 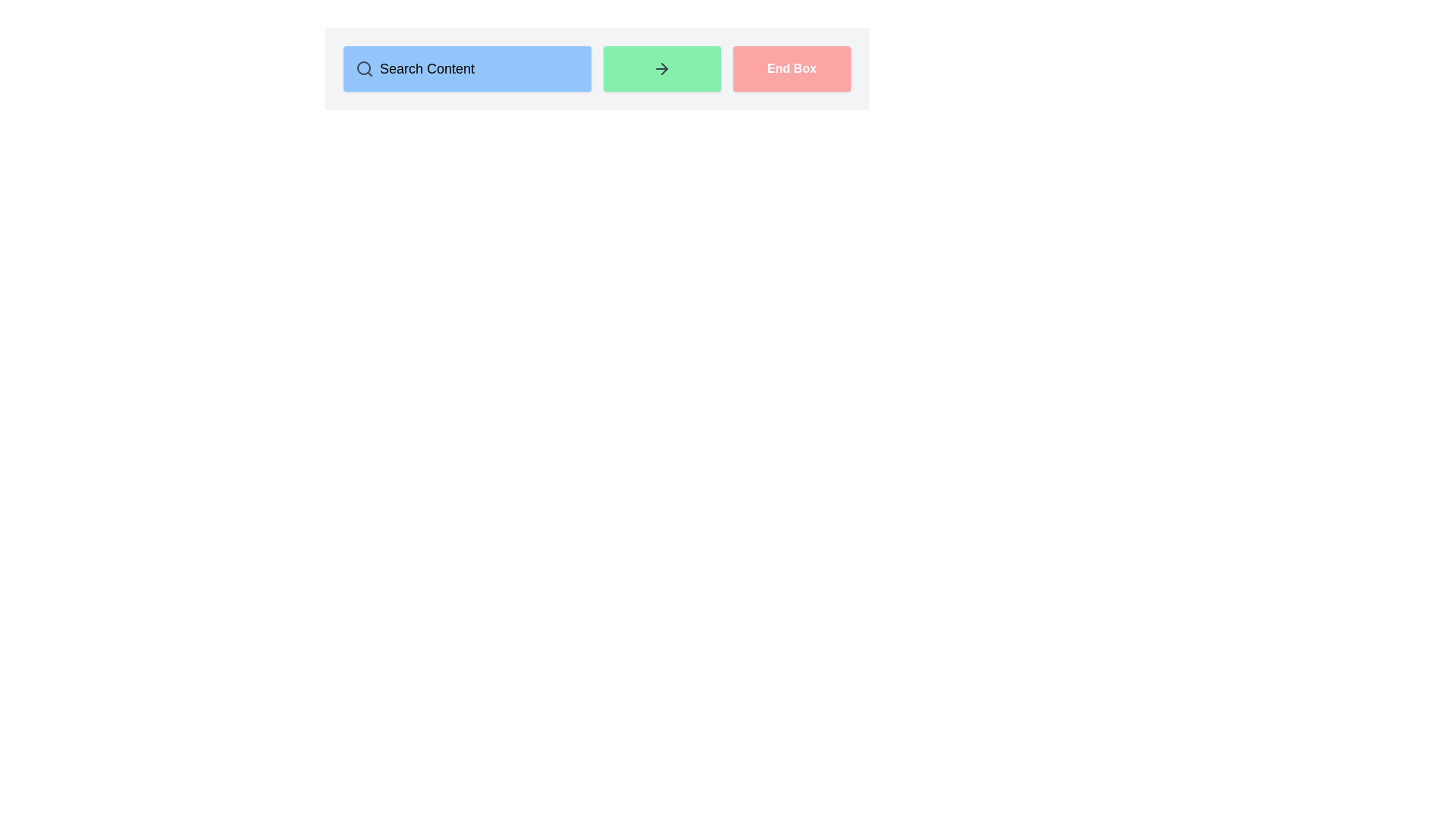 I want to click on the small magnifying glass icon with a black stroke on a light blue background located within the 'Search Content' box, so click(x=364, y=69).